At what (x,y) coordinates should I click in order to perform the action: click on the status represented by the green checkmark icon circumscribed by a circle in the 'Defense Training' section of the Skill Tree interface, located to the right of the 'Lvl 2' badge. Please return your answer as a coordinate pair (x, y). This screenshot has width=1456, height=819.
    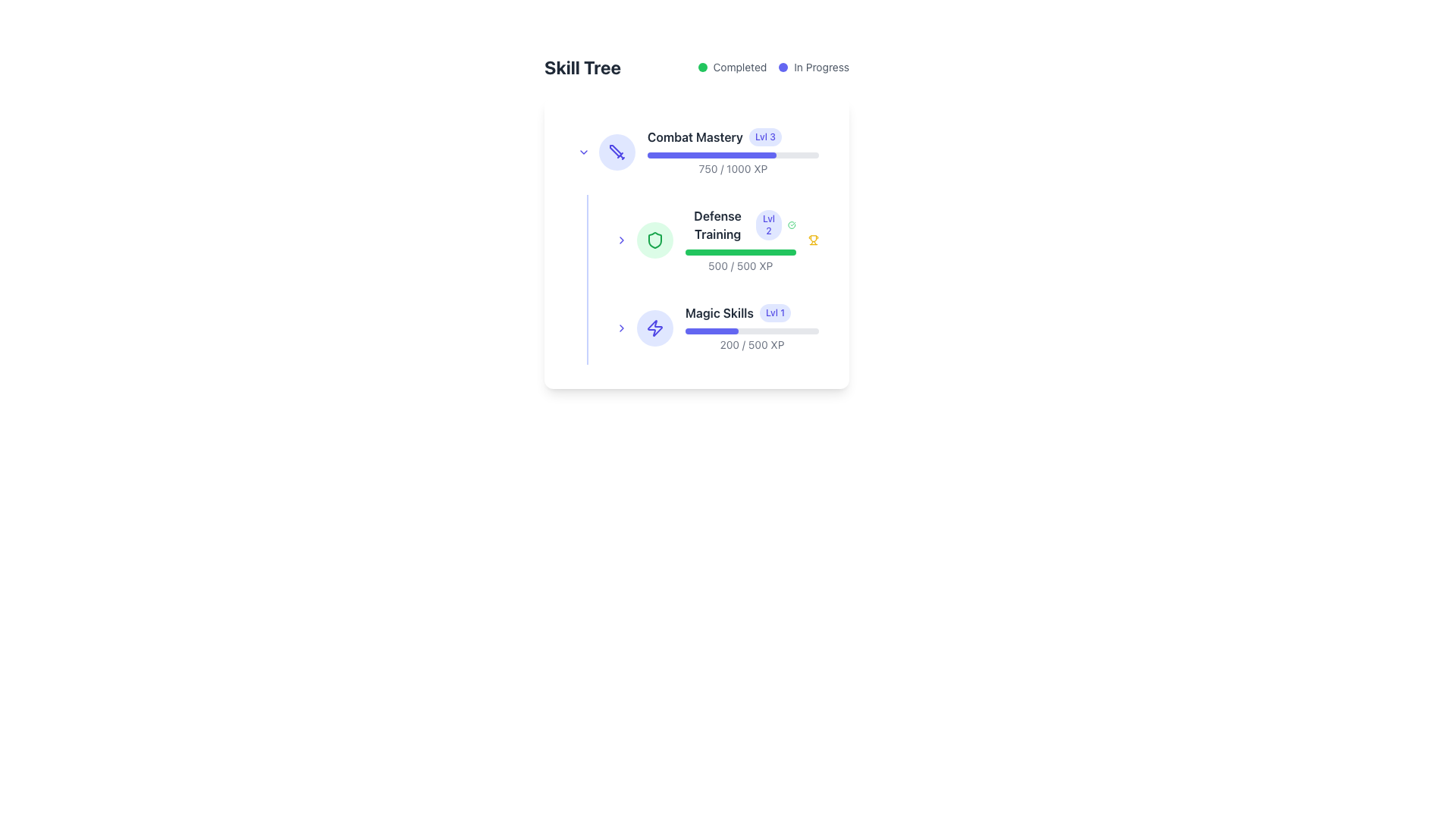
    Looking at the image, I should click on (791, 225).